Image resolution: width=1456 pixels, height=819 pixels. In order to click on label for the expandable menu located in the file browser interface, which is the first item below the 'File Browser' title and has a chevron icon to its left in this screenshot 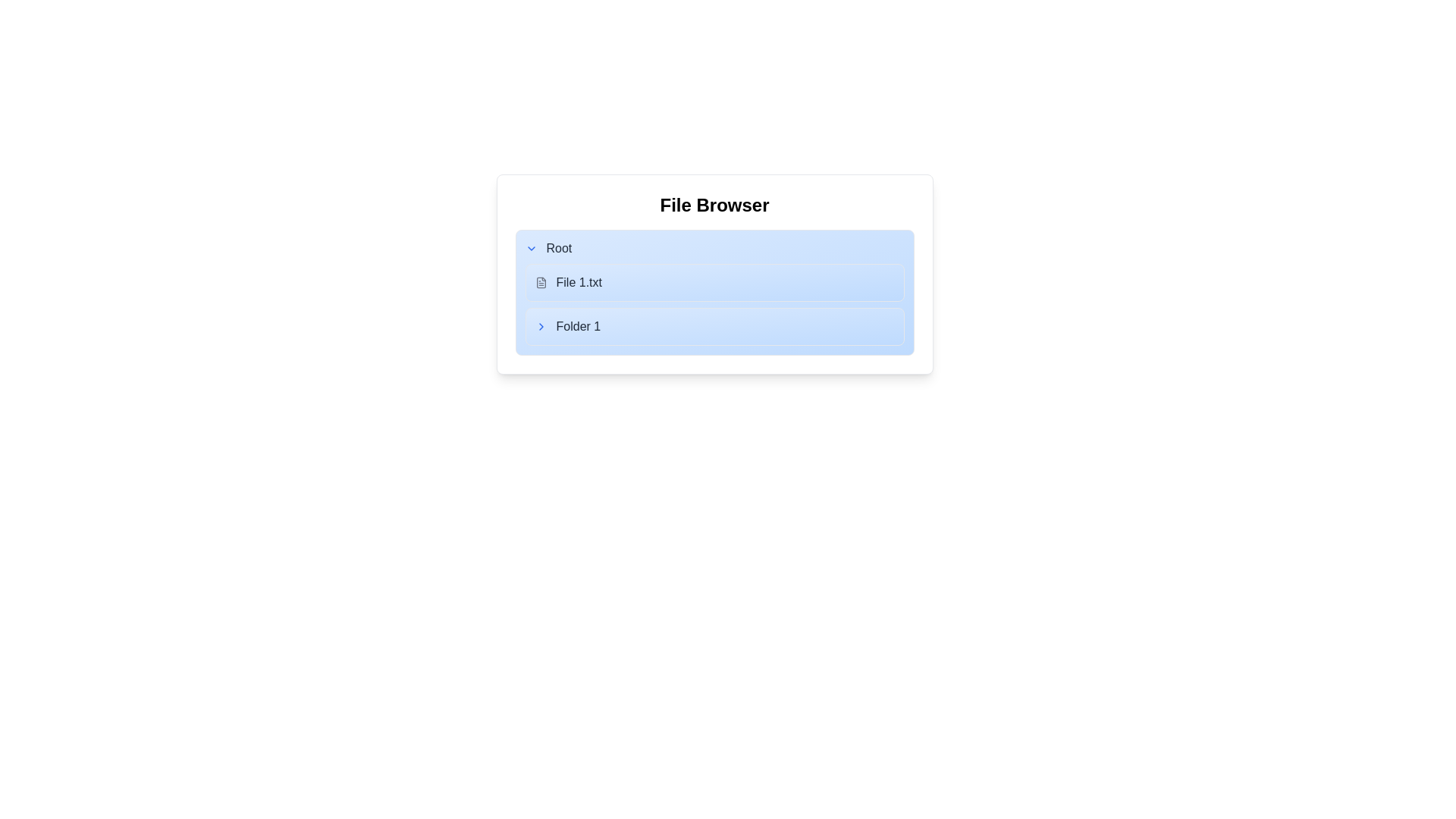, I will do `click(548, 247)`.